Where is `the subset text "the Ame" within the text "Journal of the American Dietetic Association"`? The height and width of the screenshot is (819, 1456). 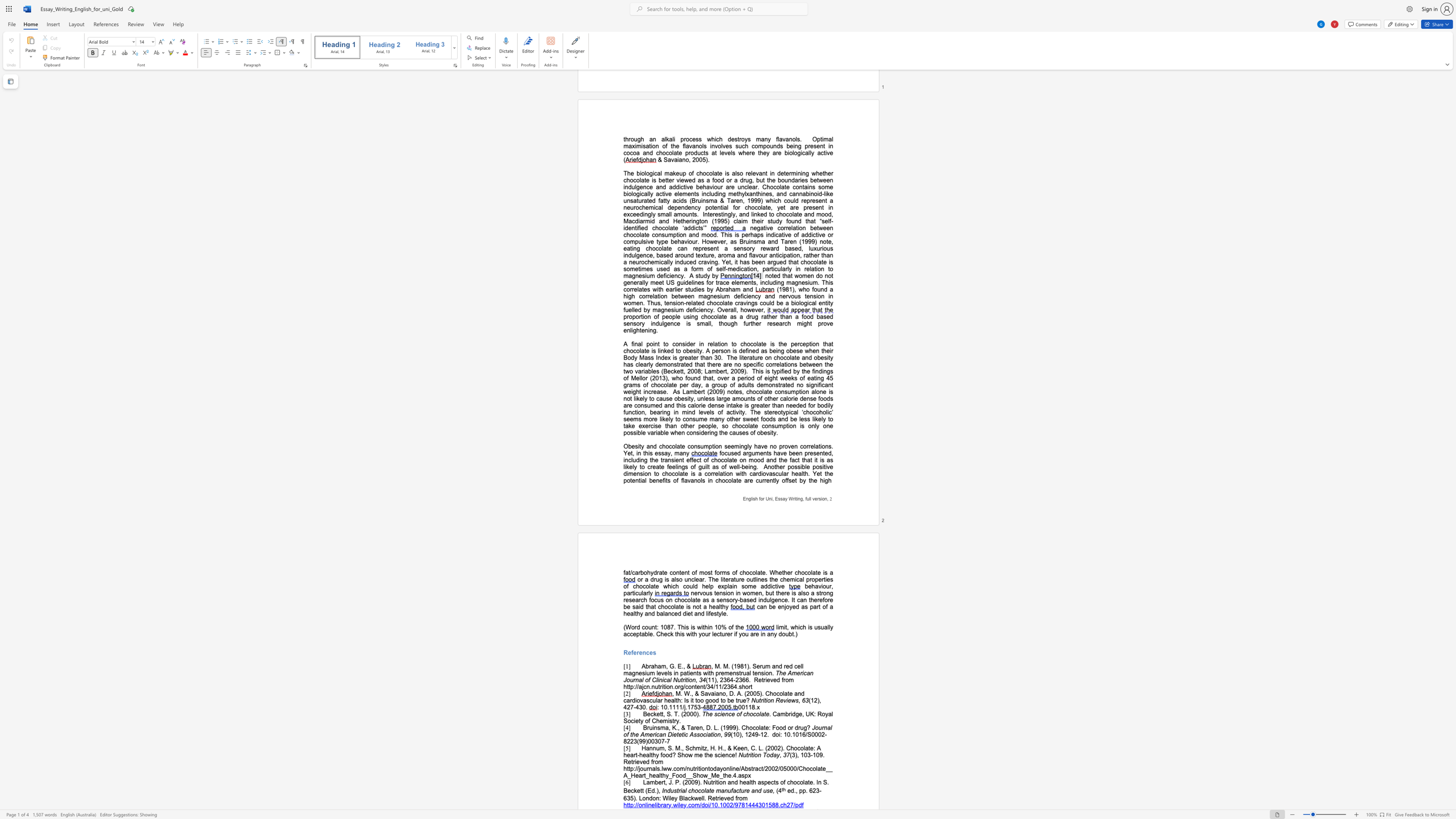 the subset text "the Ame" within the text "Journal of the American Dietetic Association" is located at coordinates (630, 734).